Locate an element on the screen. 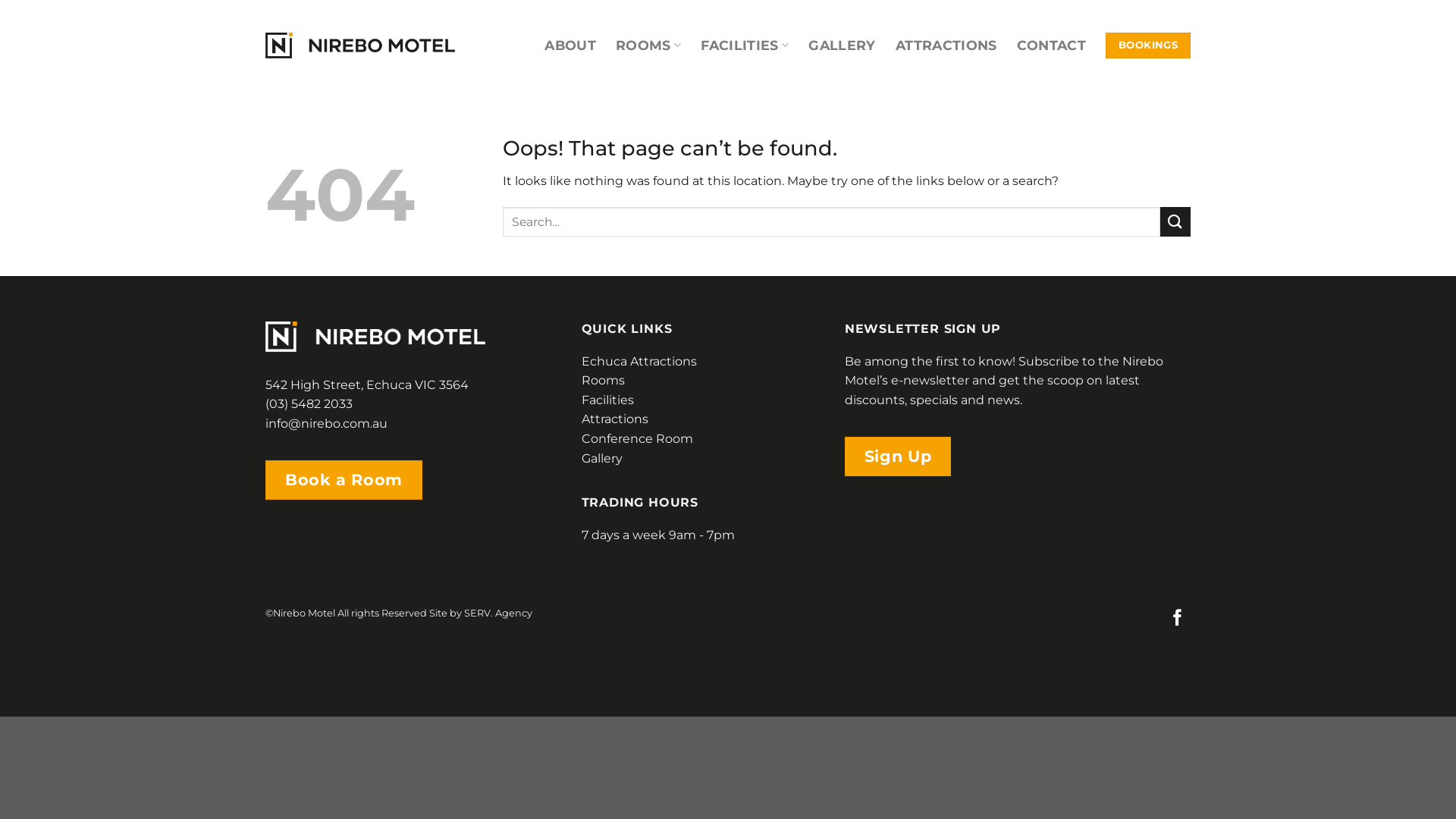 The width and height of the screenshot is (1456, 819). 'BOOKINGS' is located at coordinates (1147, 45).